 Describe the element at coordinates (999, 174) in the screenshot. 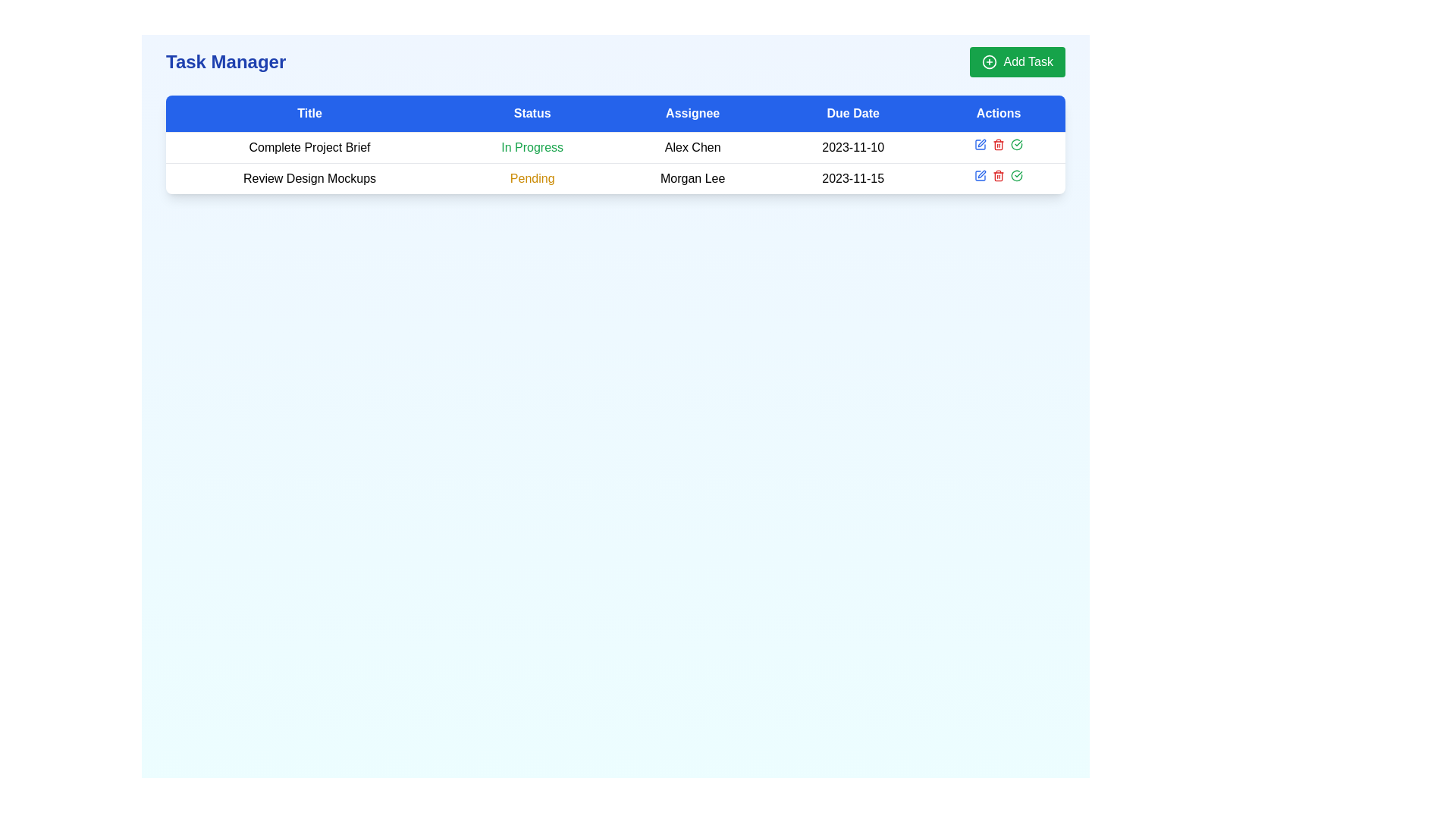

I see `the red-colored trash bin icon in the 'Actions' column of the last row in the task table` at that location.